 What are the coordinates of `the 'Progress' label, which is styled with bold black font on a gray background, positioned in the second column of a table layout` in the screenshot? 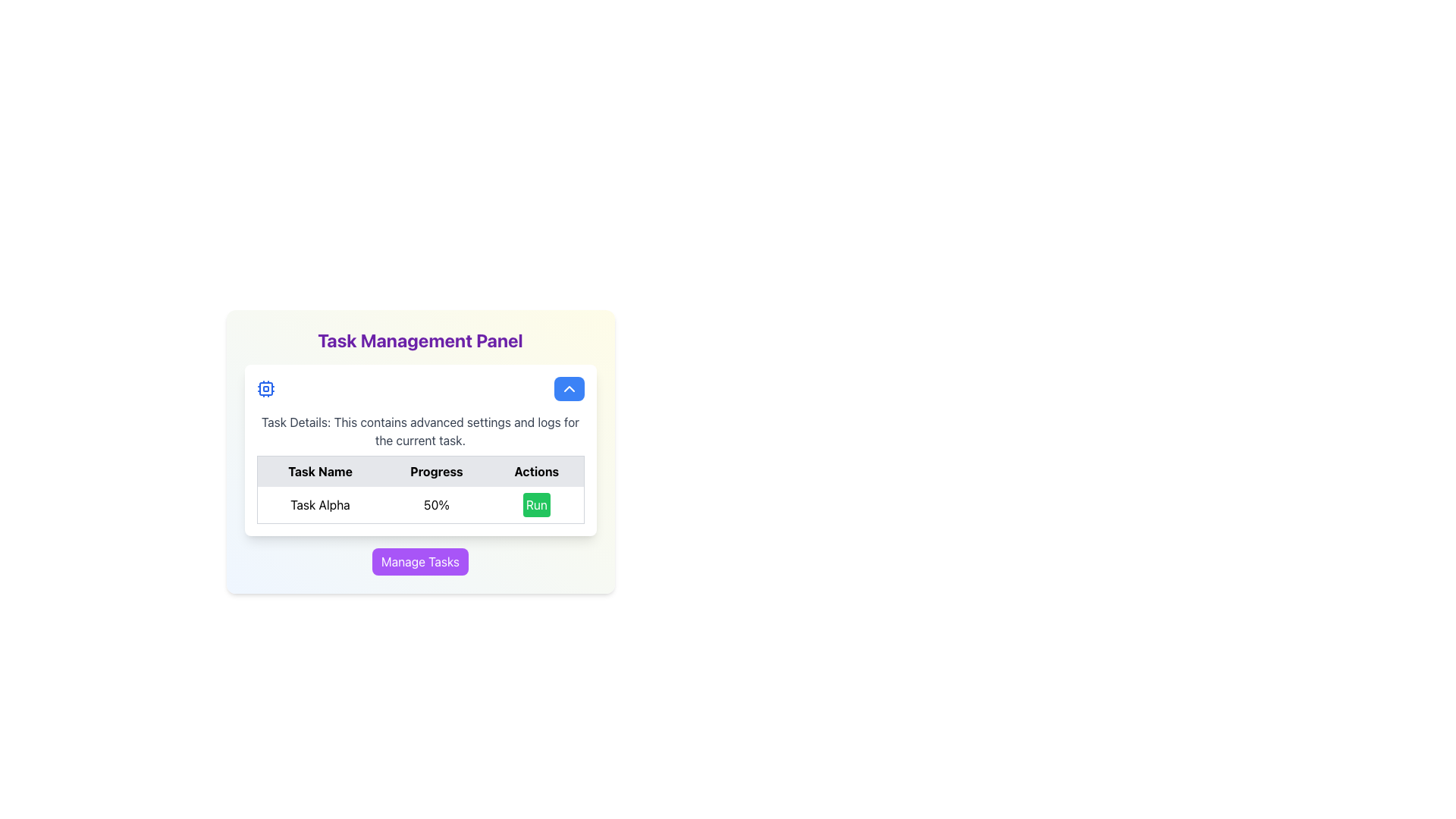 It's located at (435, 470).